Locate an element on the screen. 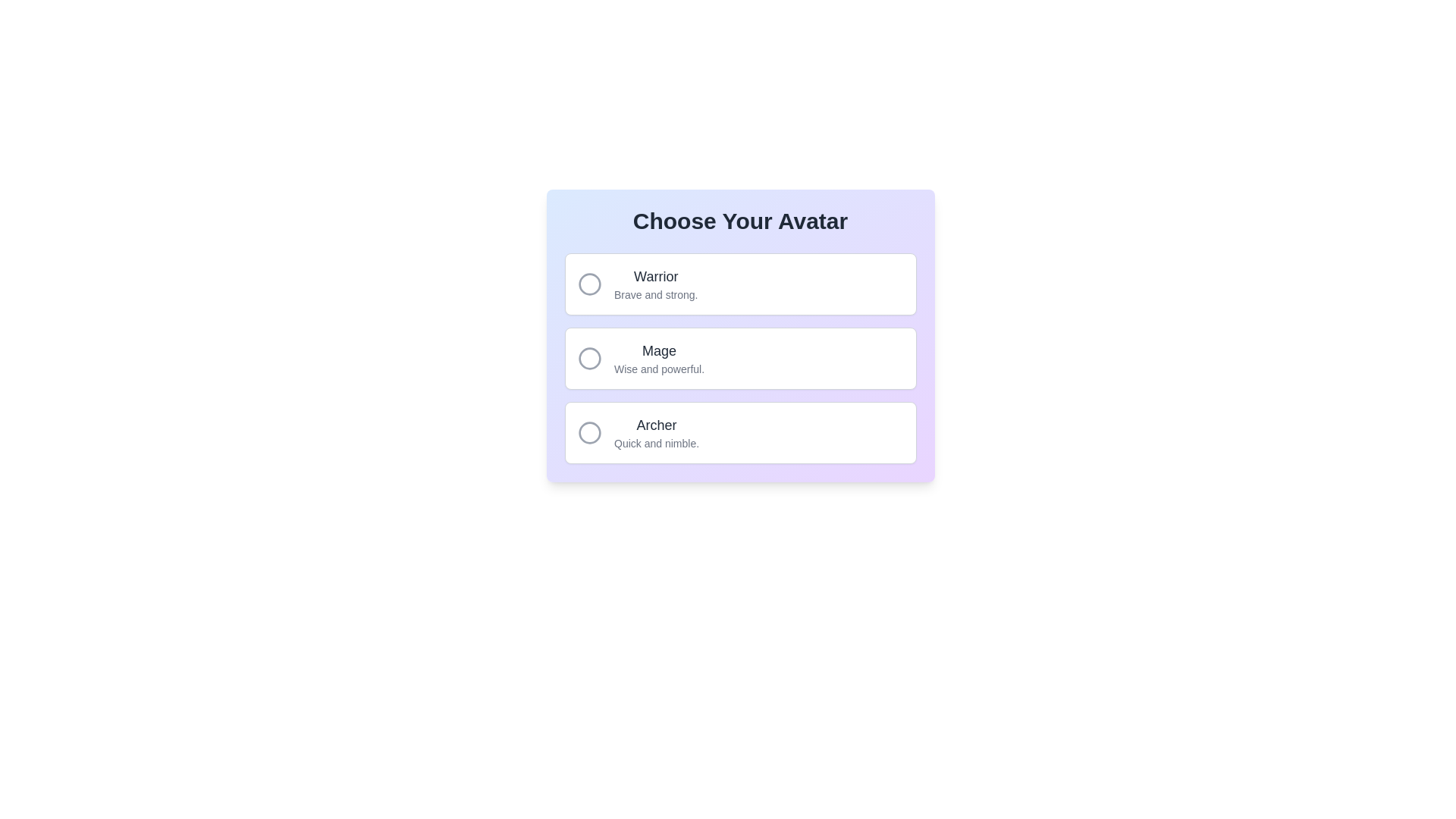 This screenshot has height=819, width=1456. the 'Mage' character type selectable card located in the second position of a vertically stacked list of three cards is located at coordinates (740, 359).